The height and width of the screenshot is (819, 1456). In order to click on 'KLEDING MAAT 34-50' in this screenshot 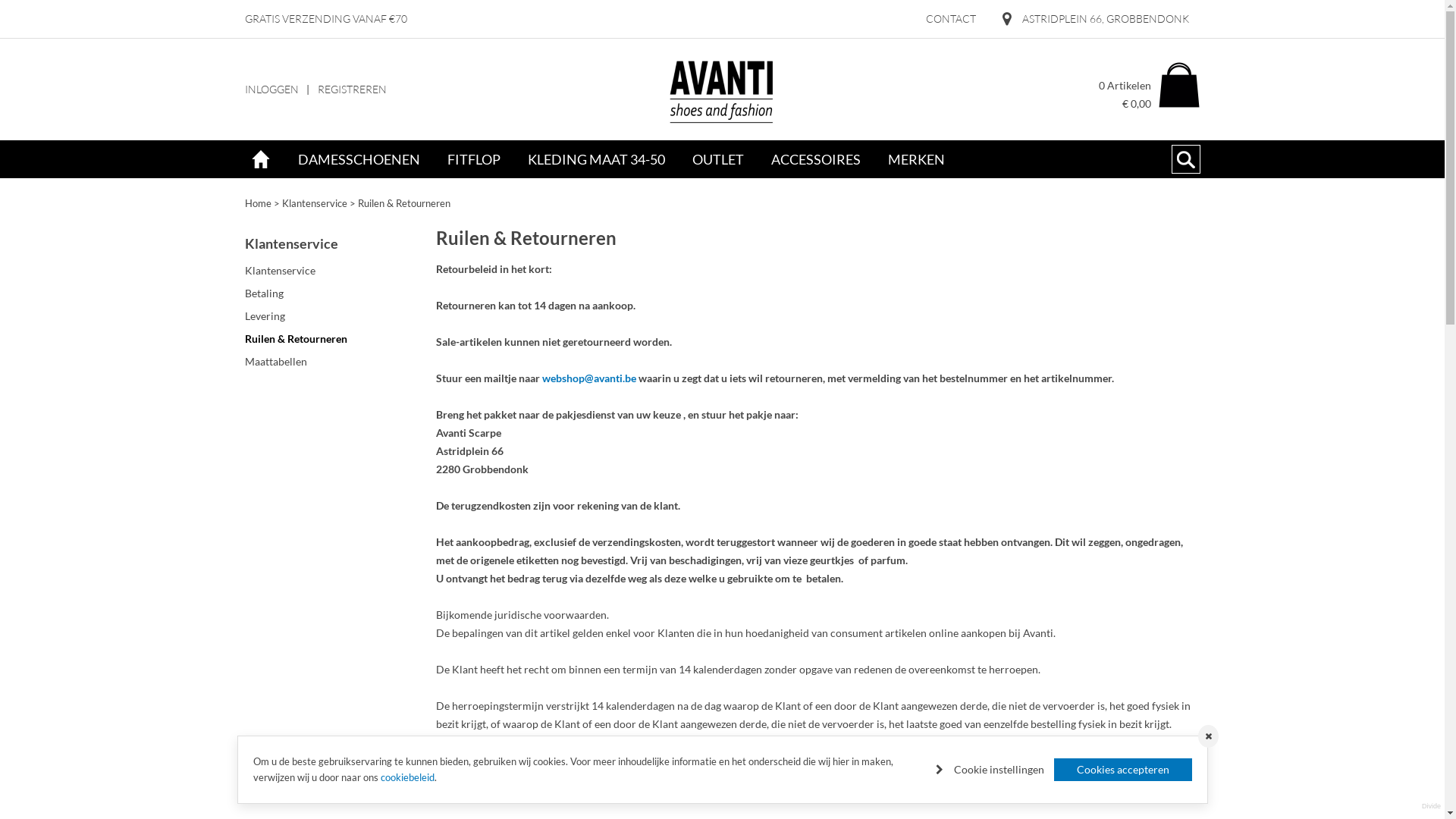, I will do `click(513, 159)`.